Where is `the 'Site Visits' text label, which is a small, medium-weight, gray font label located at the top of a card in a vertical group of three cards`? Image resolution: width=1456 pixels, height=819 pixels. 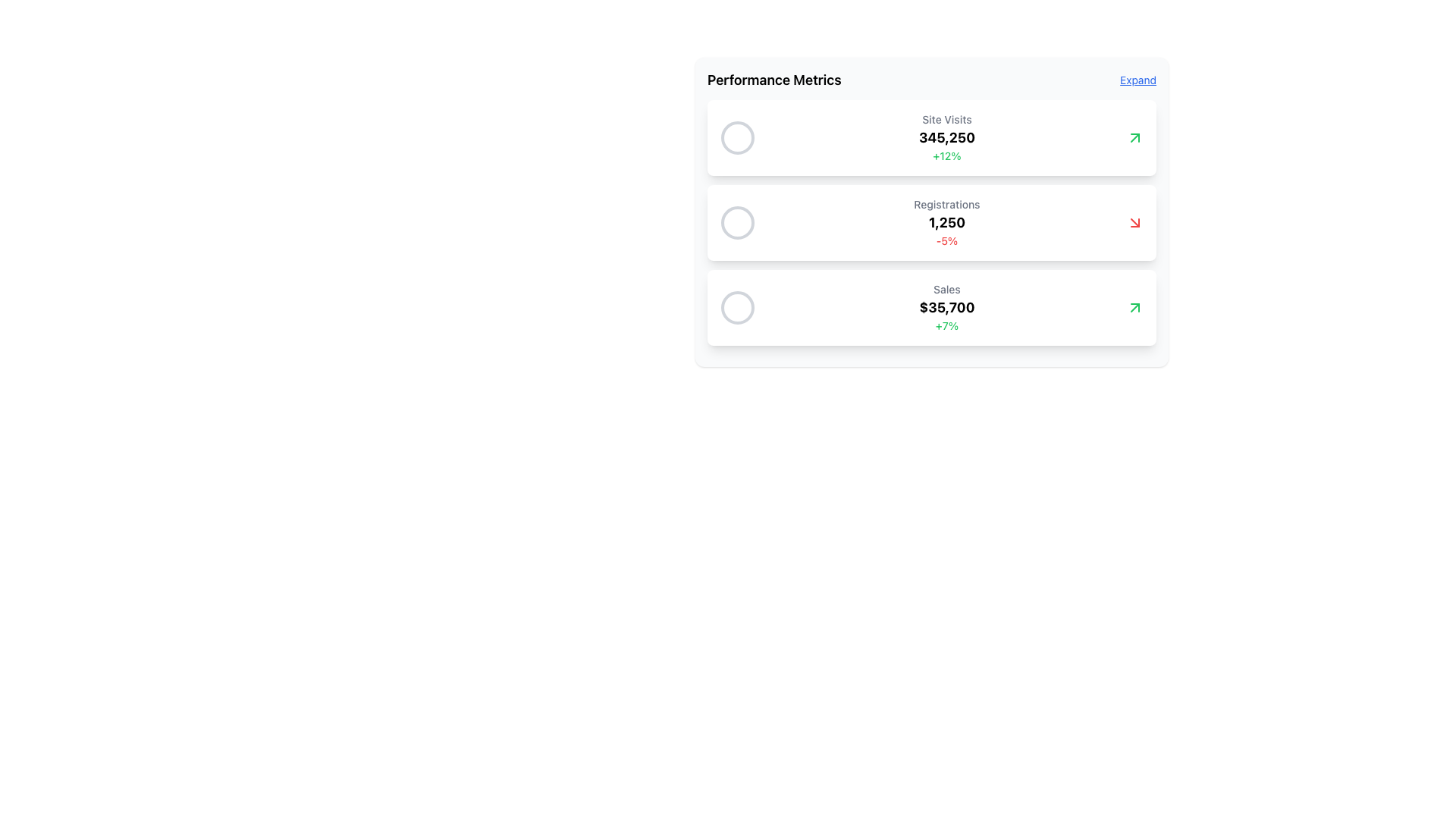
the 'Site Visits' text label, which is a small, medium-weight, gray font label located at the top of a card in a vertical group of three cards is located at coordinates (946, 119).